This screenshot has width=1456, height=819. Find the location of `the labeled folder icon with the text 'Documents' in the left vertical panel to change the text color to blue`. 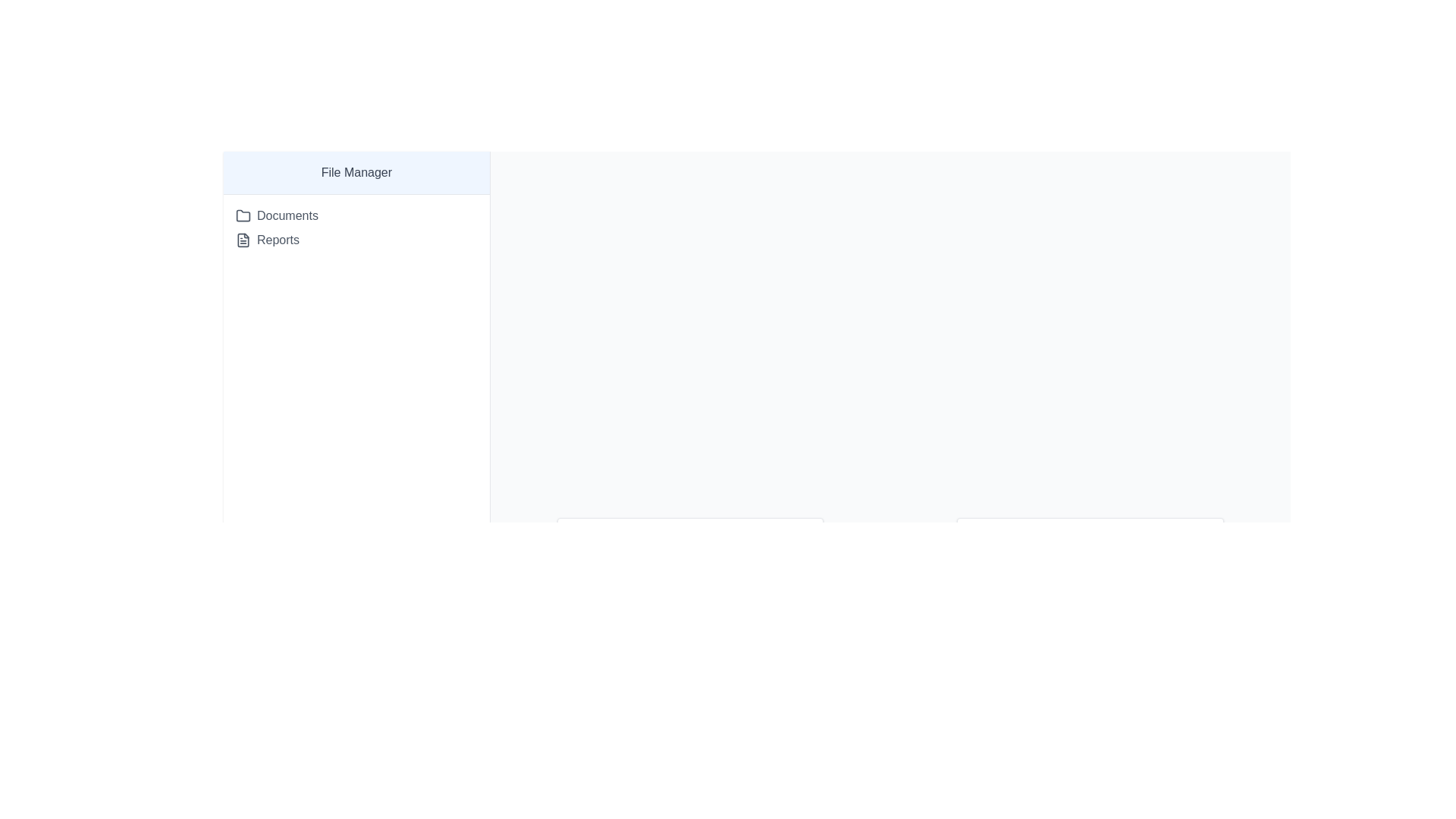

the labeled folder icon with the text 'Documents' in the left vertical panel to change the text color to blue is located at coordinates (277, 216).